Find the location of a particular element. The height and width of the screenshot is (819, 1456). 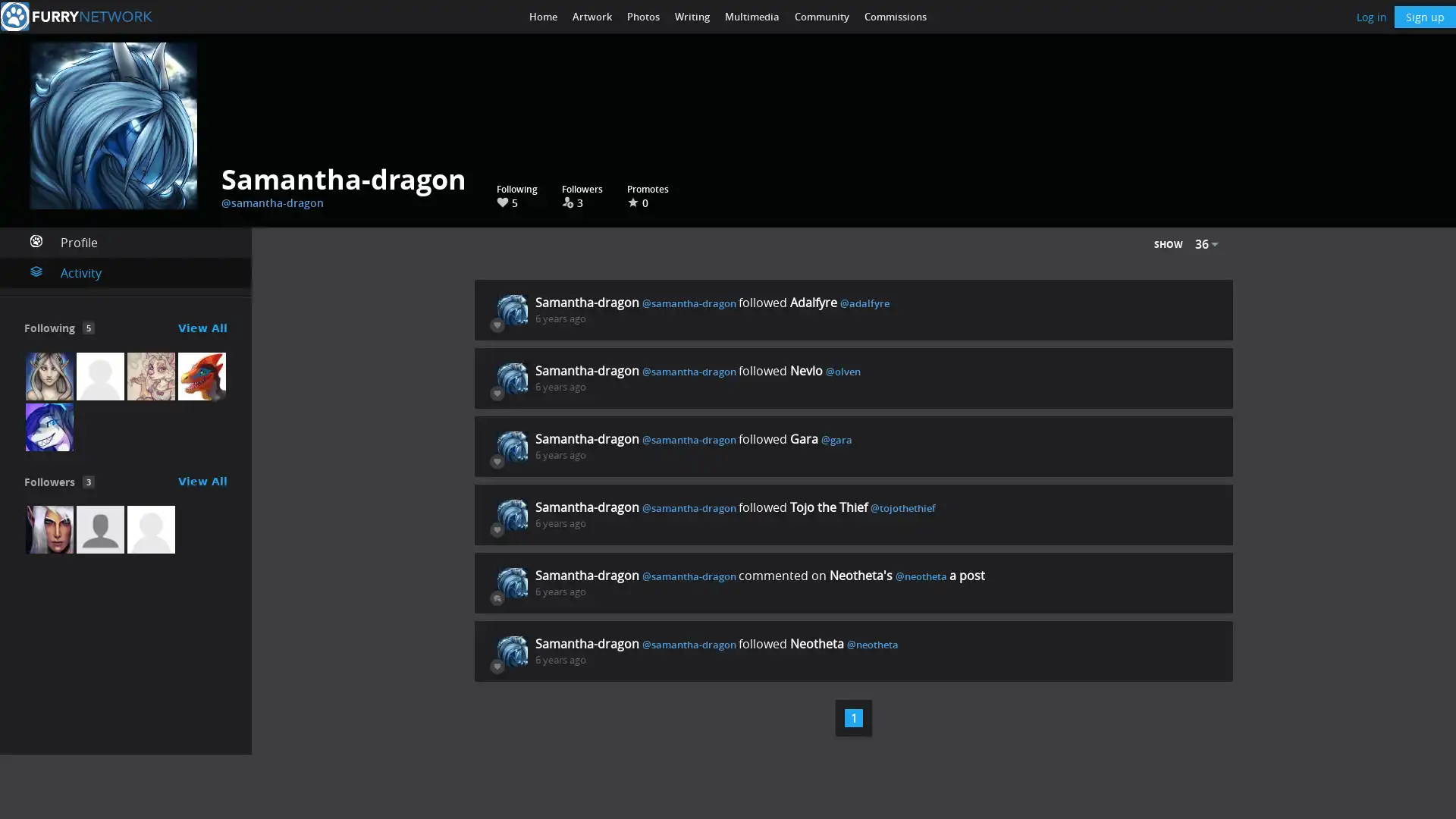

View All is located at coordinates (202, 482).